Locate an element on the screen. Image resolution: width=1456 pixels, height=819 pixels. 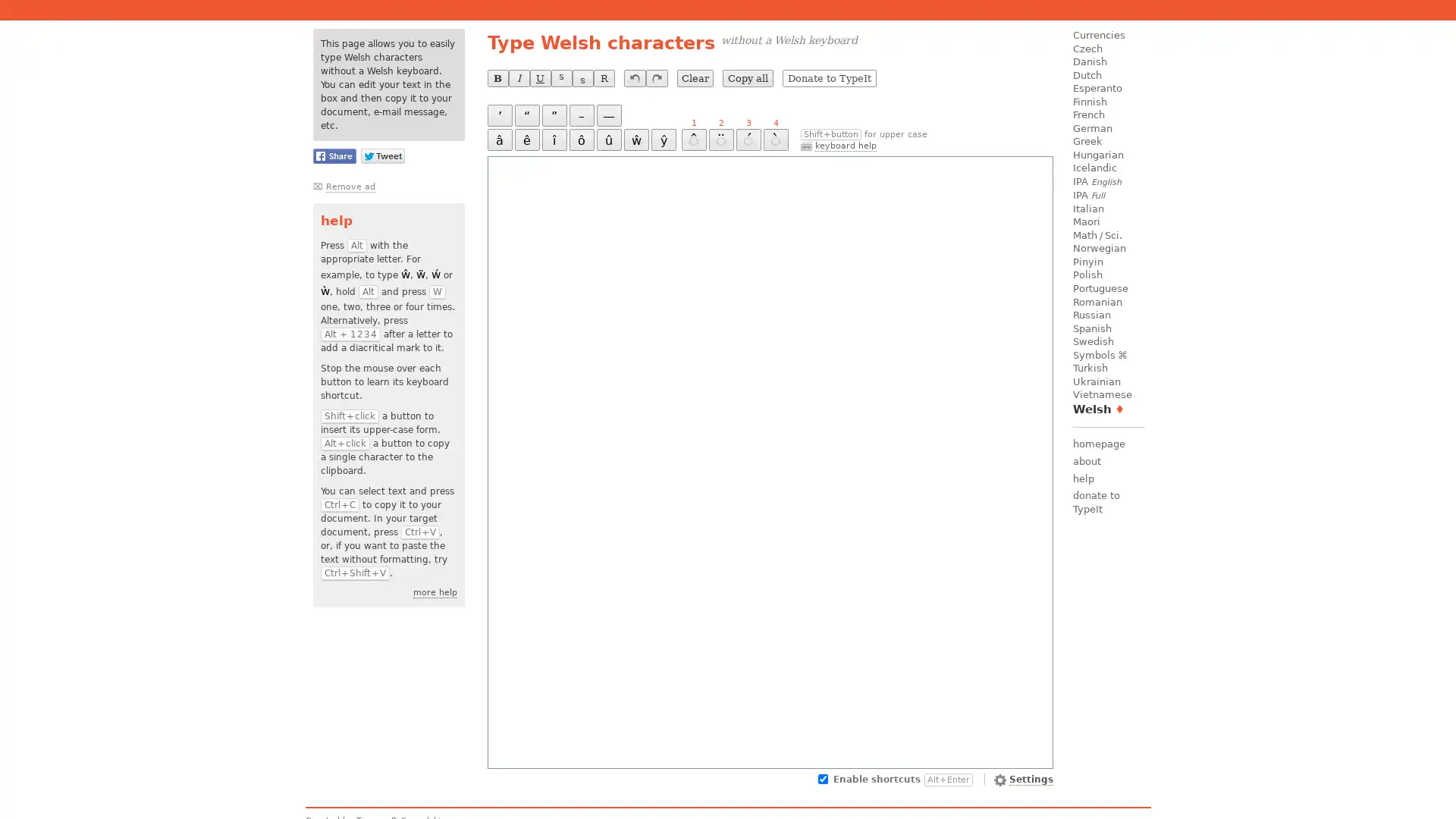
3 is located at coordinates (748, 140).